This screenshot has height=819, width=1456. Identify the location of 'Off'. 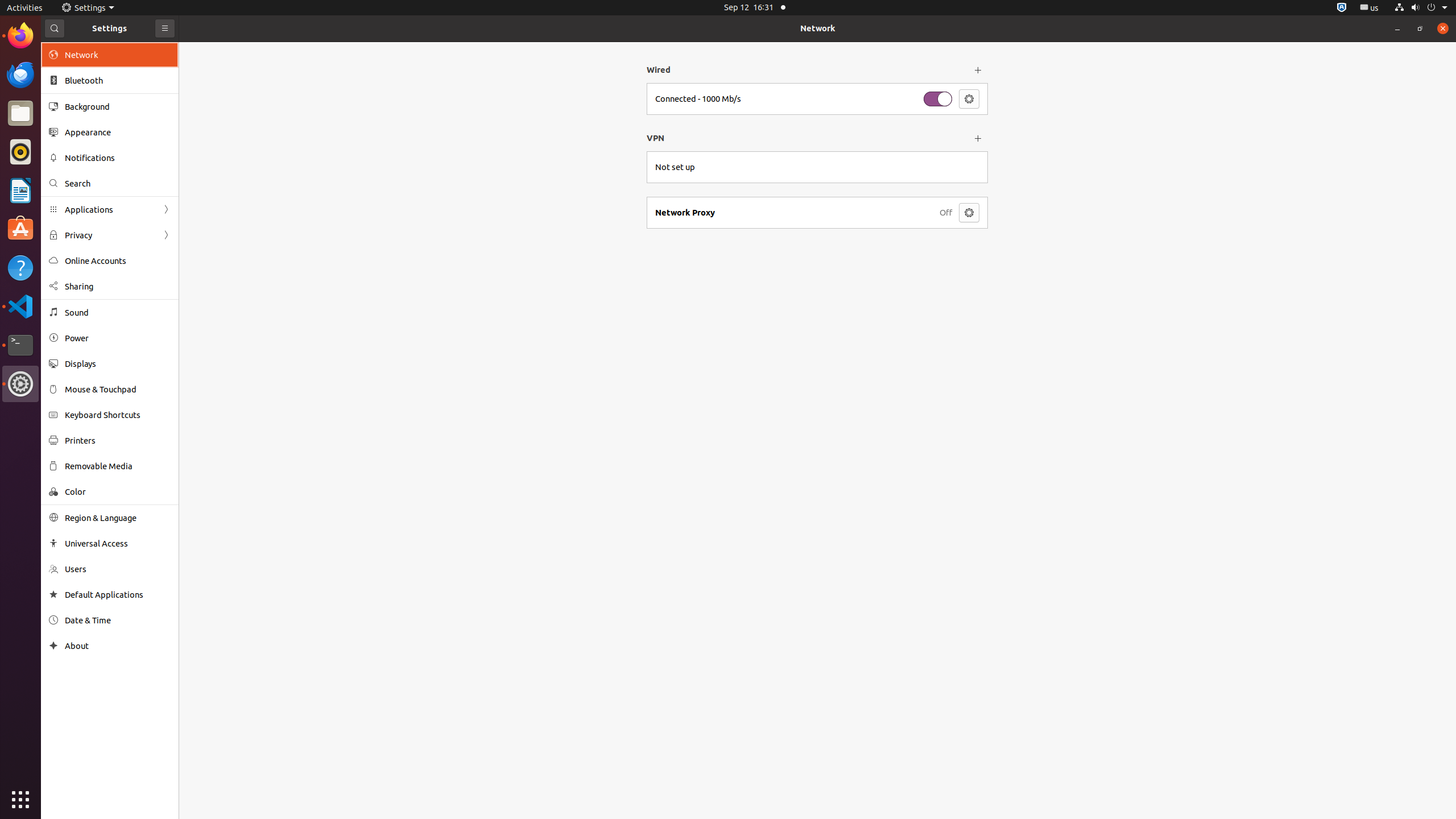
(945, 212).